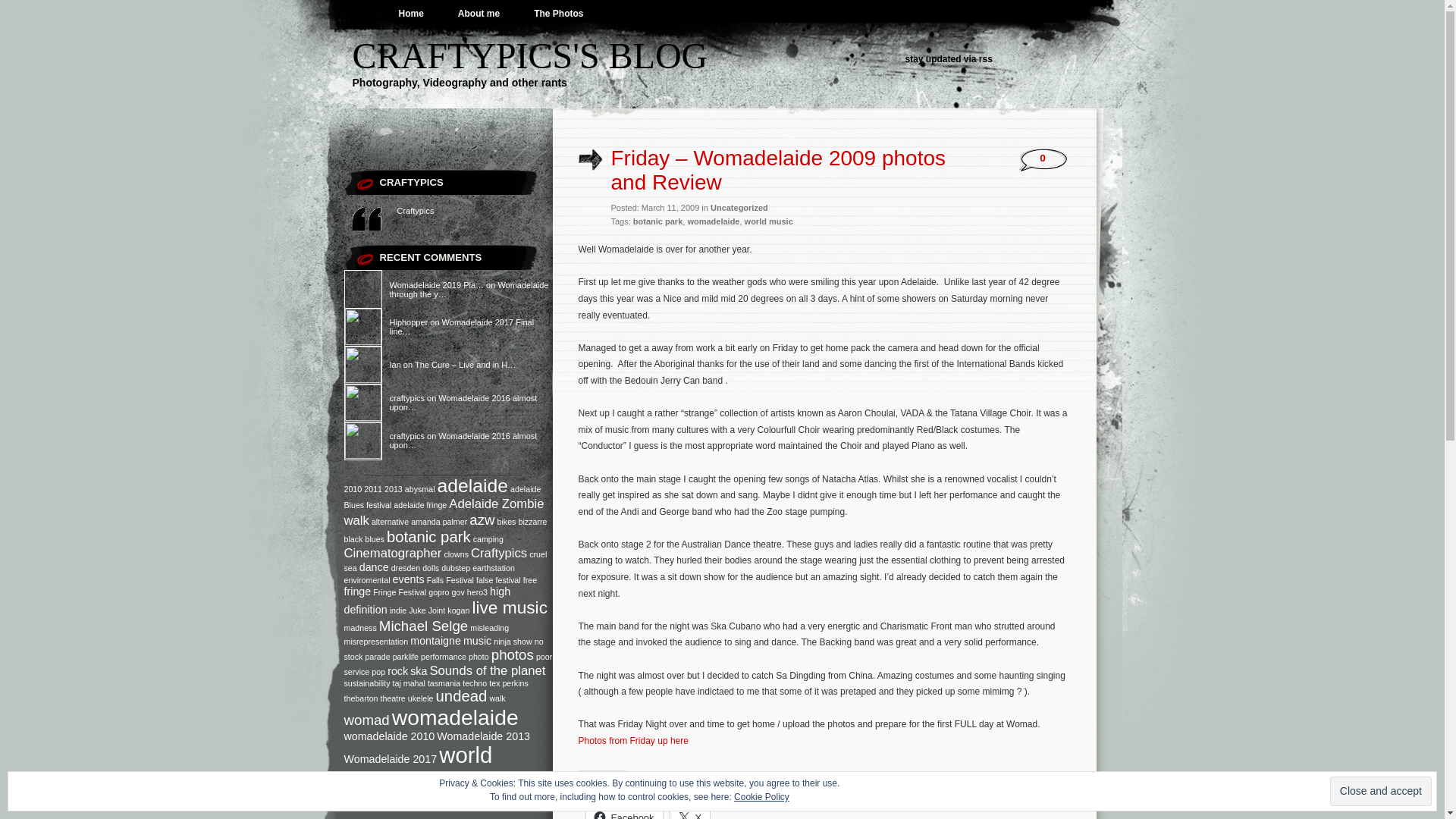 The image size is (1456, 819). I want to click on 'music', so click(476, 640).